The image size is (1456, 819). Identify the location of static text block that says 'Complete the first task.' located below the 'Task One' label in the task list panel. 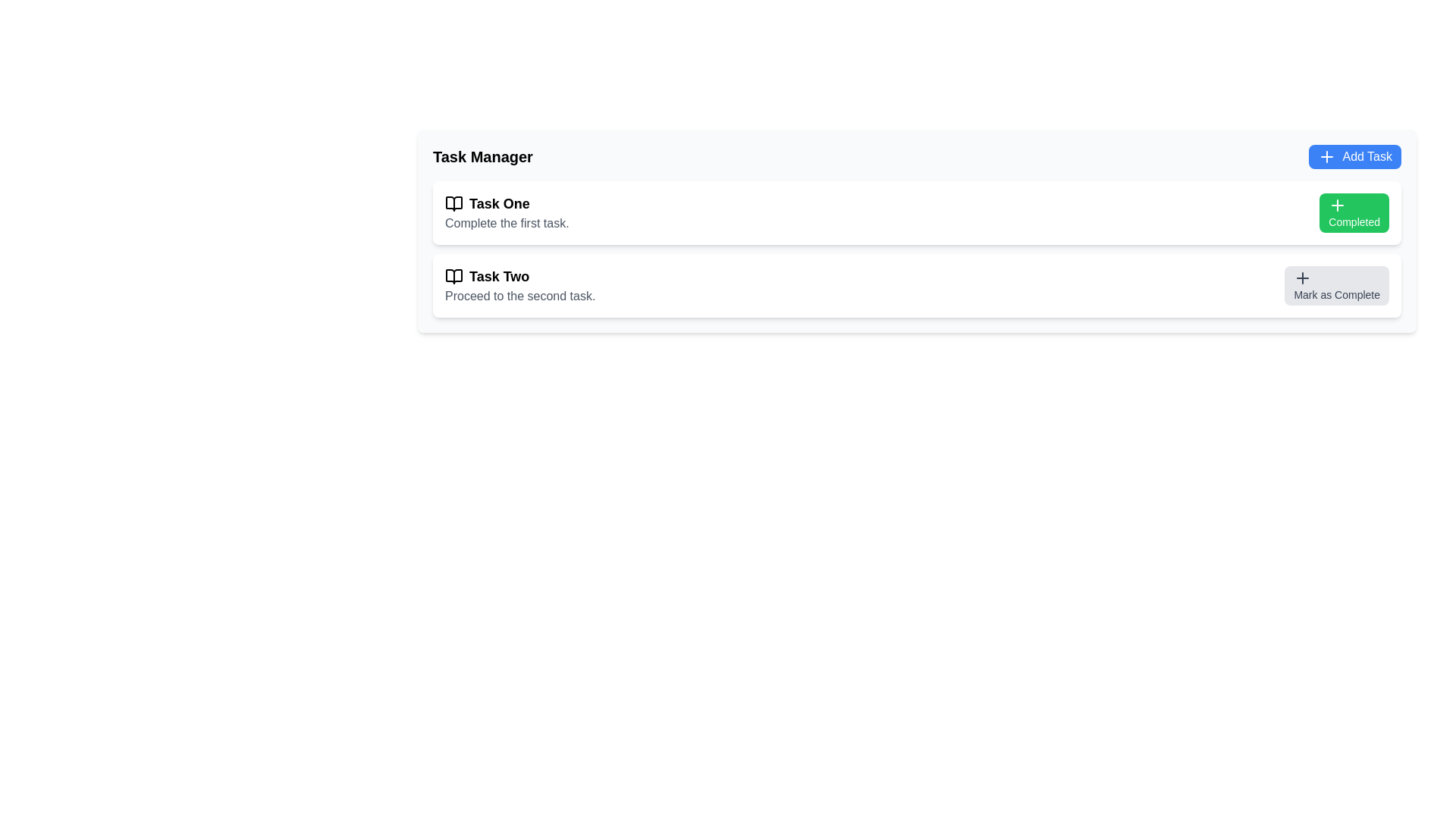
(507, 223).